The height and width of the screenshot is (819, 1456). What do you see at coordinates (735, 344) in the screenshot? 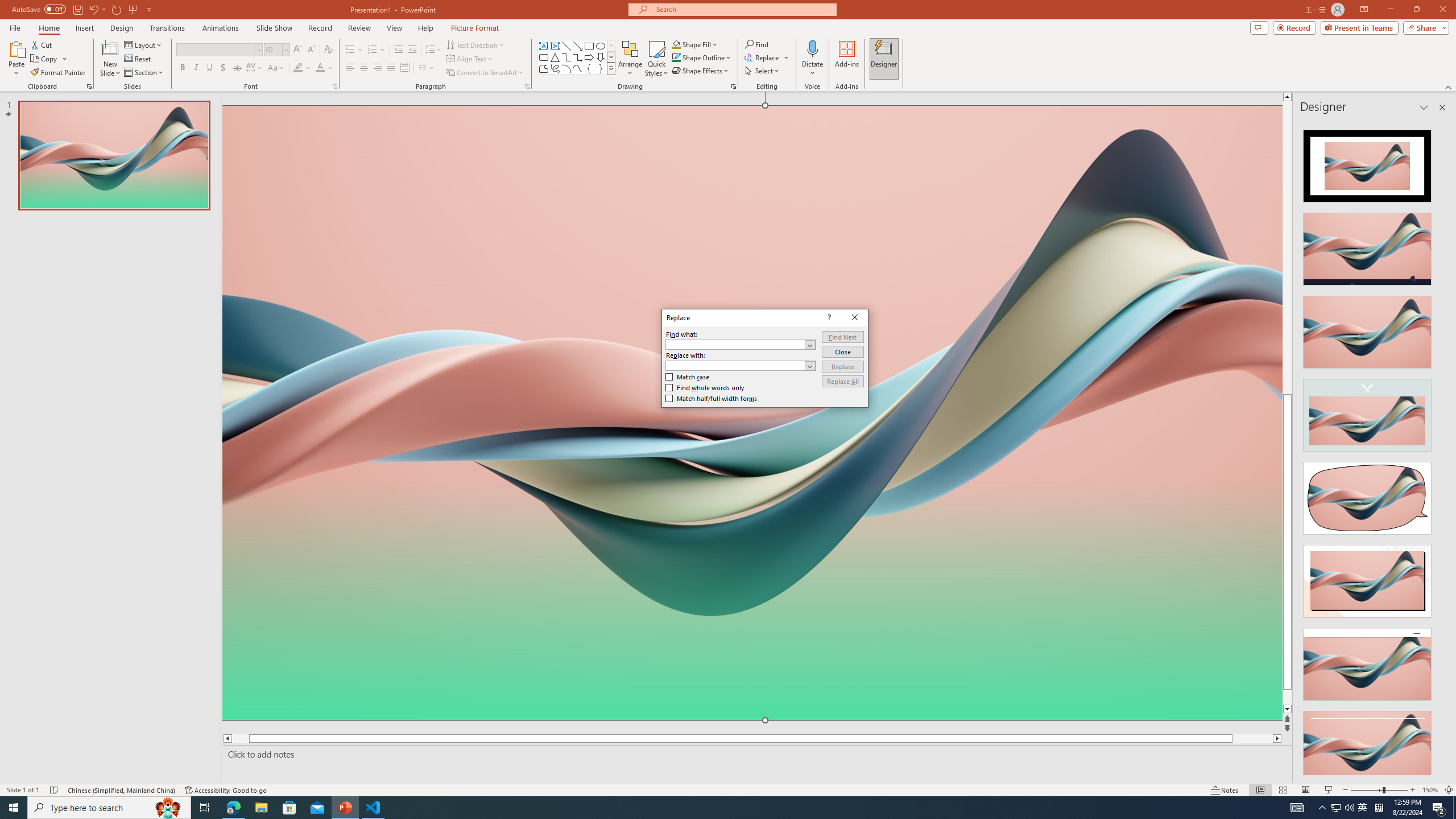
I see `'Find what'` at bounding box center [735, 344].